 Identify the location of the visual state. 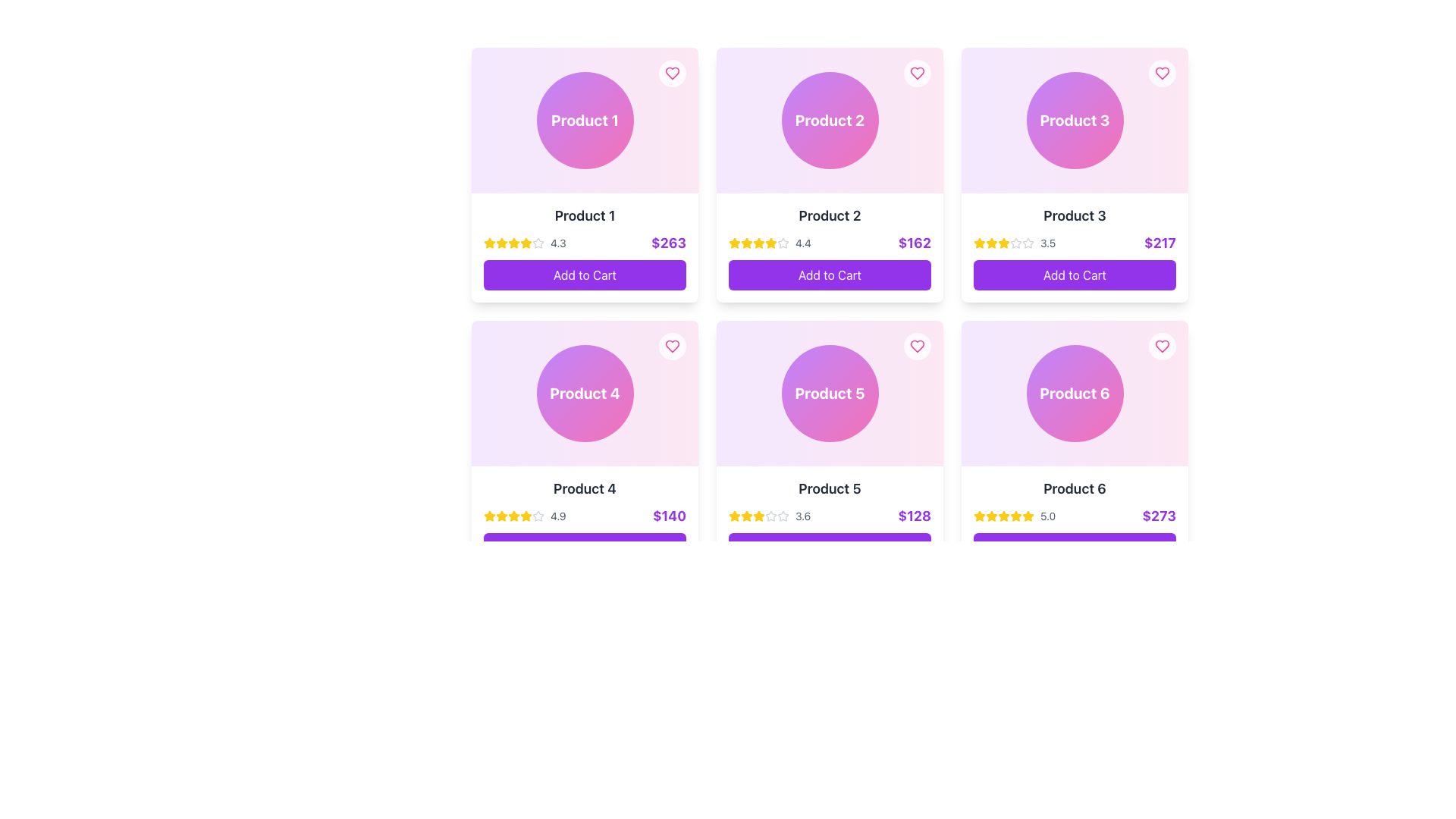
(1004, 242).